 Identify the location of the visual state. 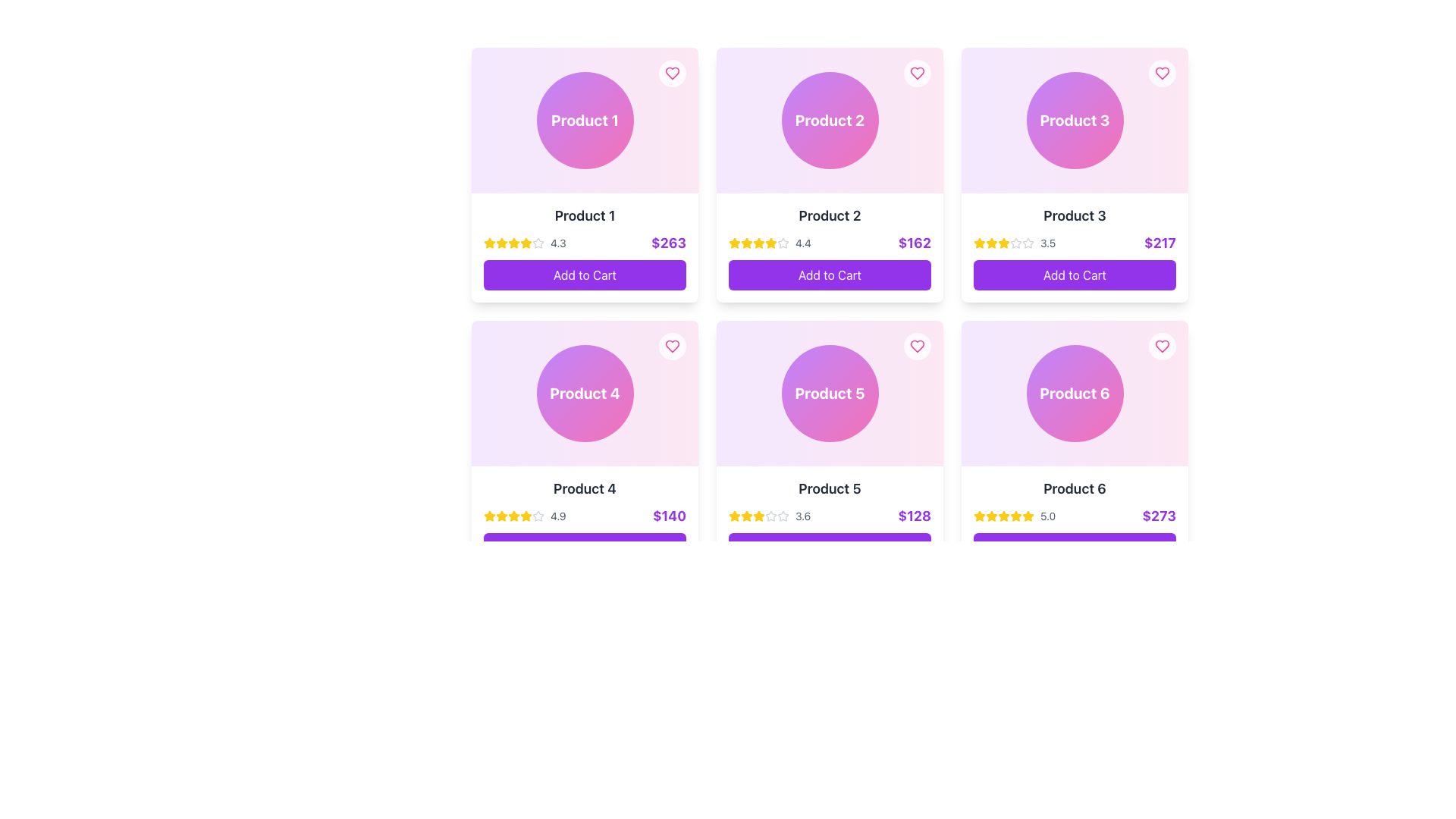
(1004, 242).